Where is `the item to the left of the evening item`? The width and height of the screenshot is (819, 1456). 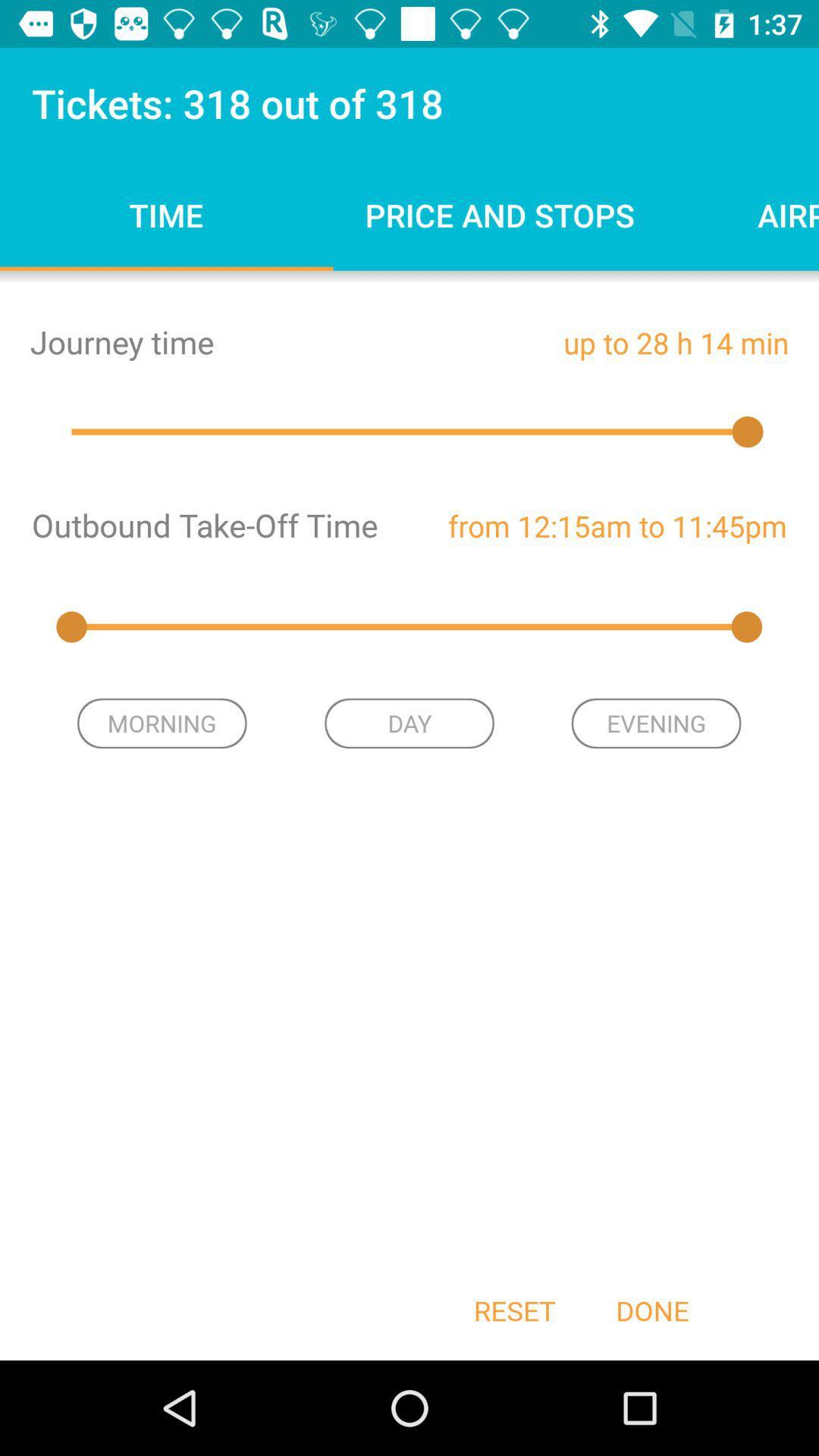
the item to the left of the evening item is located at coordinates (409, 723).